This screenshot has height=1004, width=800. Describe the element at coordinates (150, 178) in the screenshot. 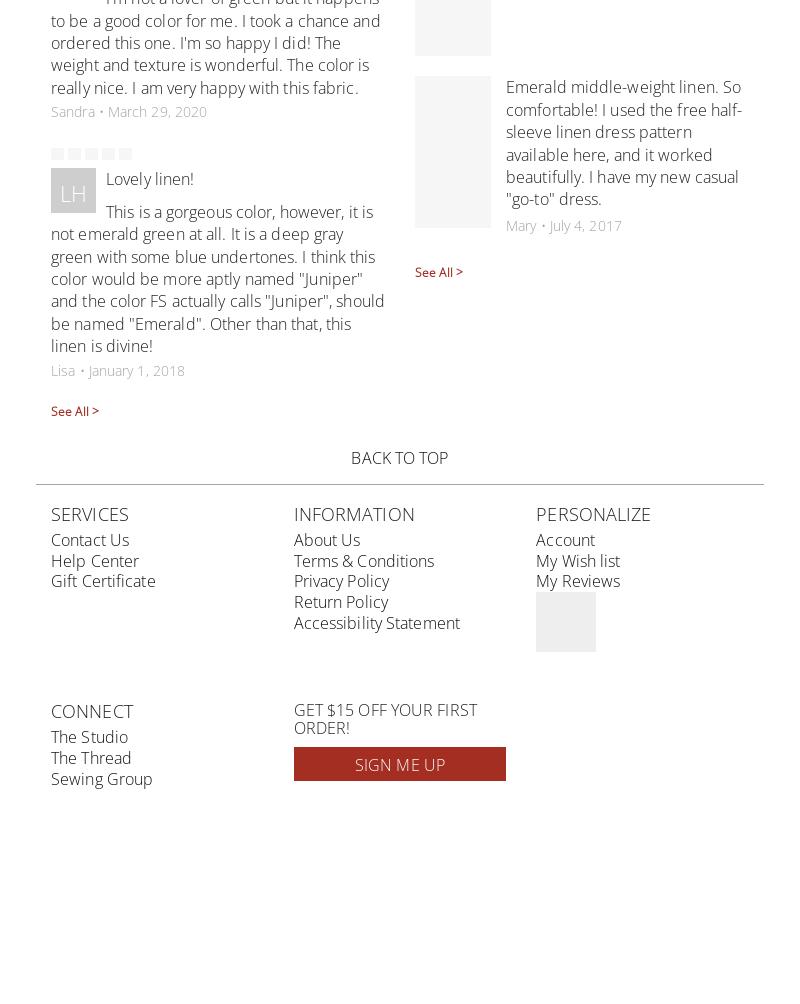

I see `'Lovely linen!'` at that location.